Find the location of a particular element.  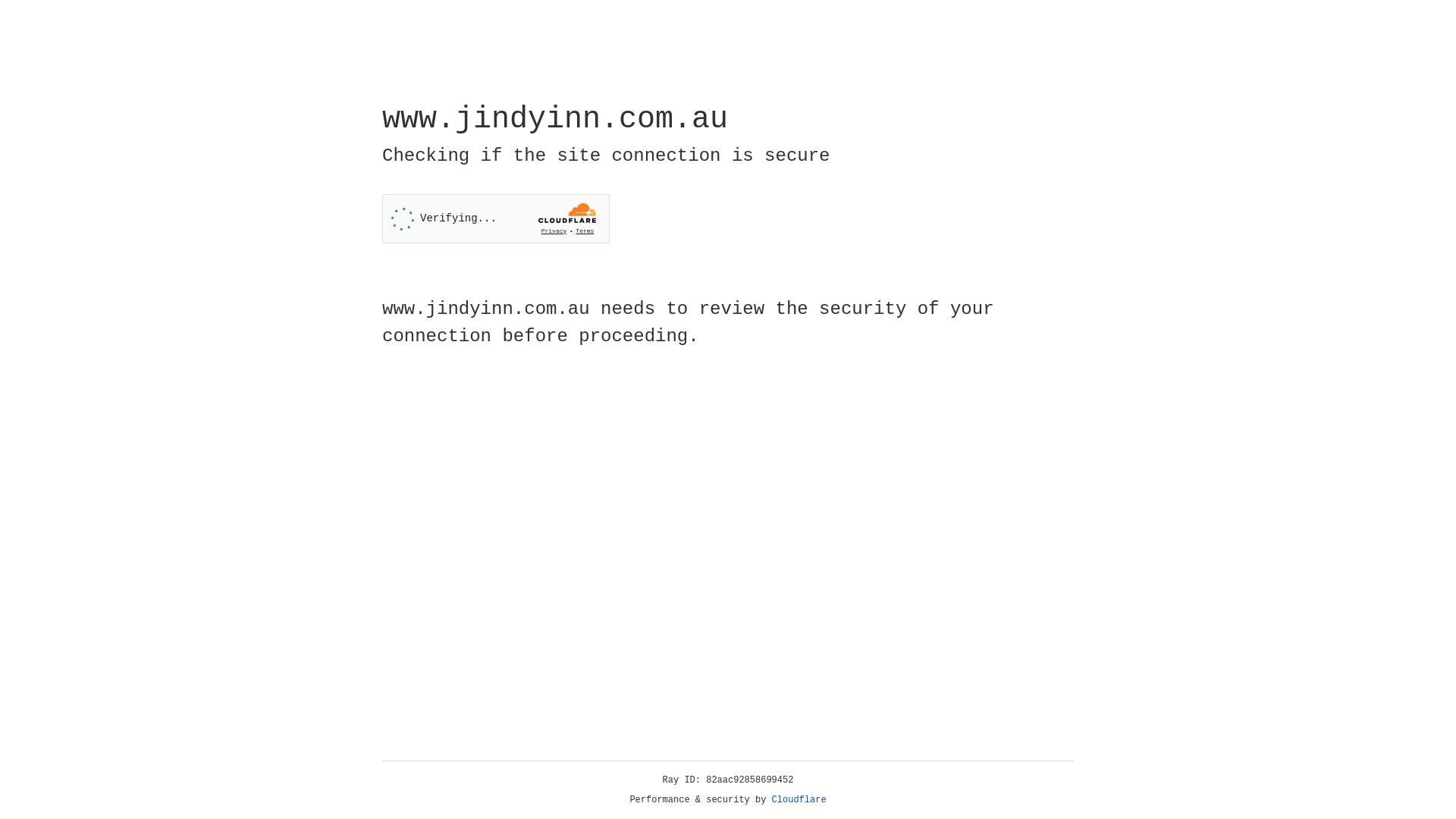

'Cloudflare' is located at coordinates (799, 799).